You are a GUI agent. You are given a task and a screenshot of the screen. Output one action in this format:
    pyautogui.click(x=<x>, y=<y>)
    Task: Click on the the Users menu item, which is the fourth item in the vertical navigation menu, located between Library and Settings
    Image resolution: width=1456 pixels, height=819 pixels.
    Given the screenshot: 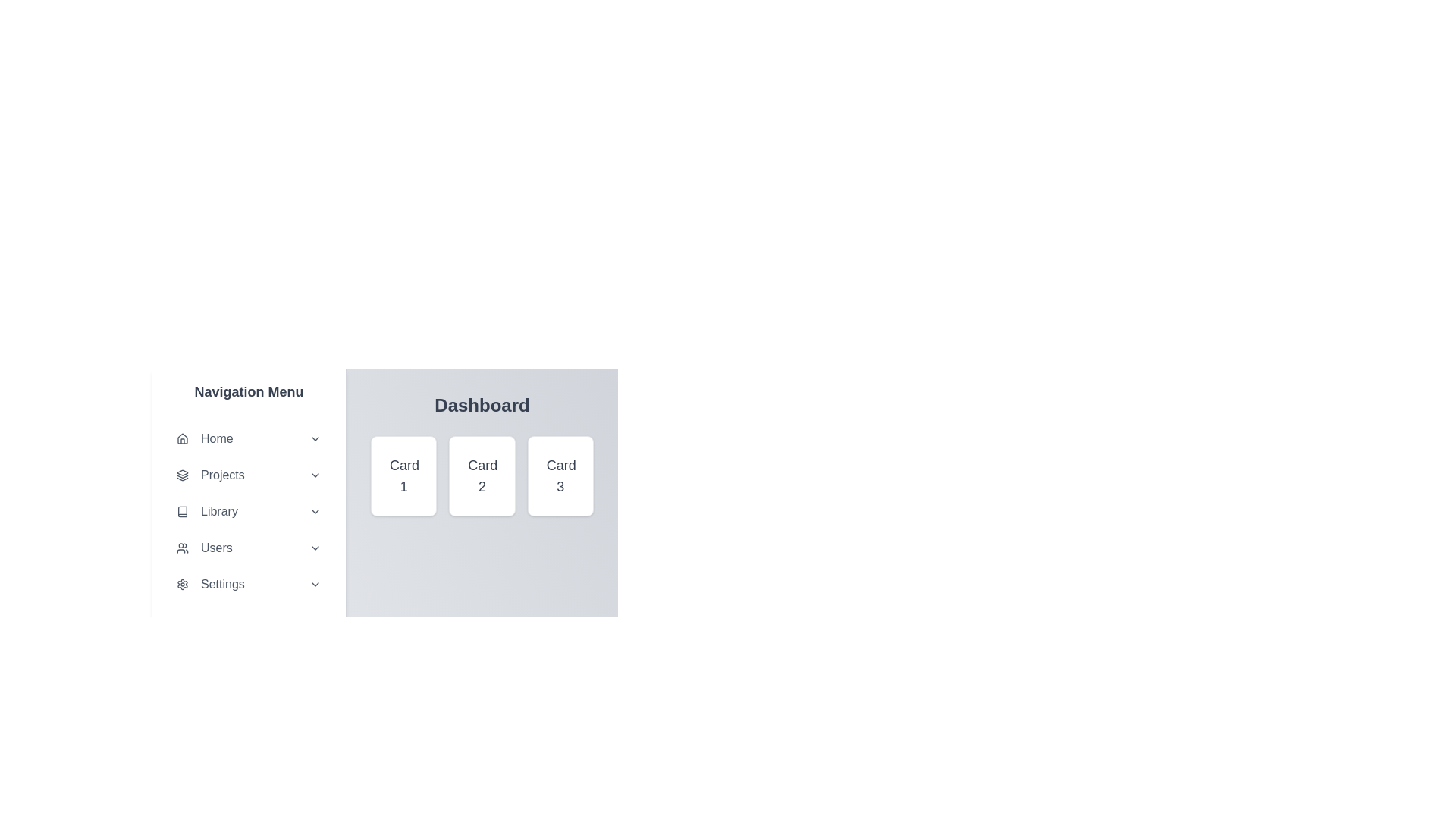 What is the action you would take?
    pyautogui.click(x=249, y=548)
    